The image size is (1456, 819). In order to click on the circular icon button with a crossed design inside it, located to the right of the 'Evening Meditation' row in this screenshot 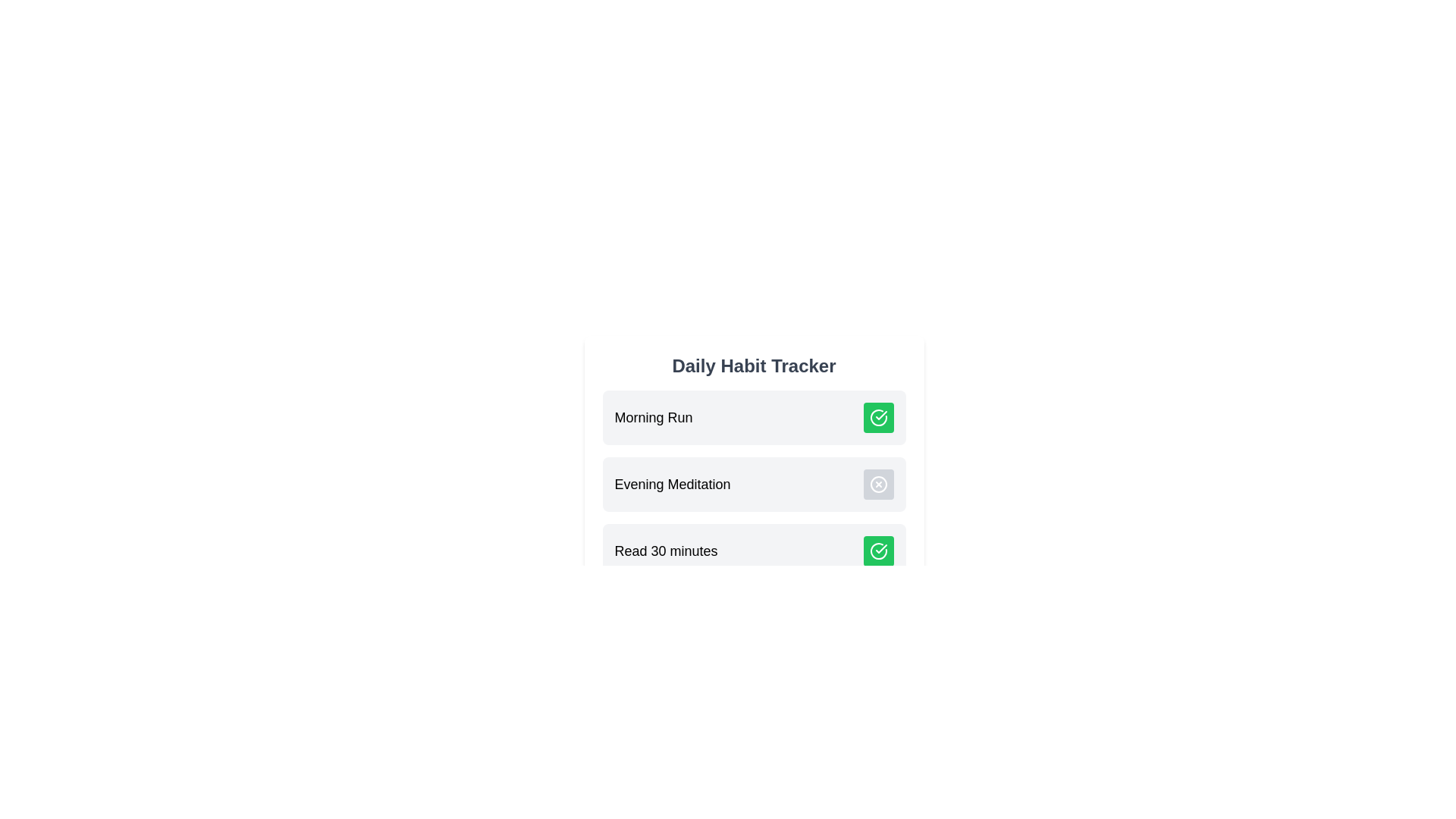, I will do `click(878, 485)`.